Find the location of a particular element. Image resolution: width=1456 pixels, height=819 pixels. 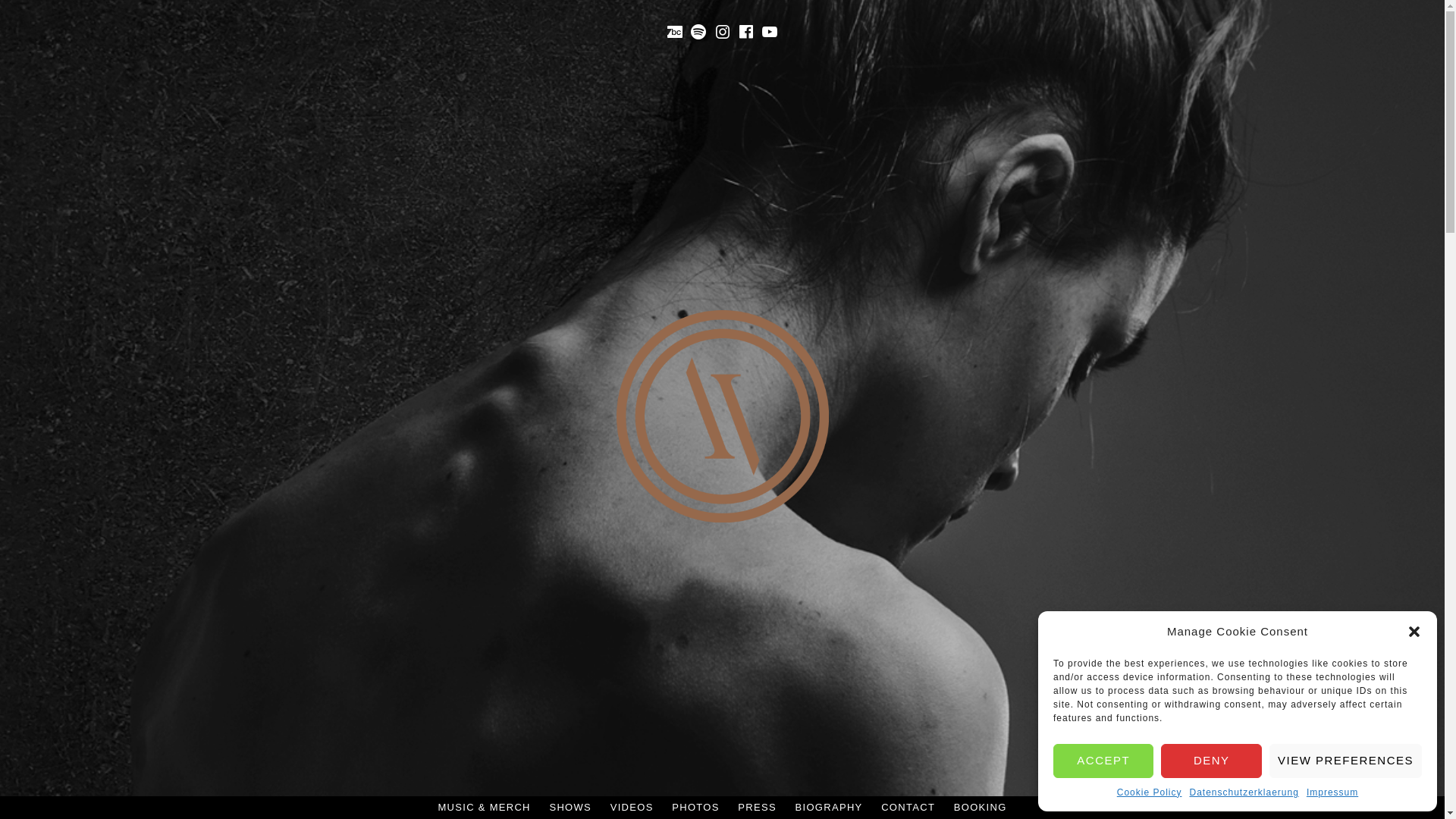

'Cookie Policy' is located at coordinates (1150, 792).